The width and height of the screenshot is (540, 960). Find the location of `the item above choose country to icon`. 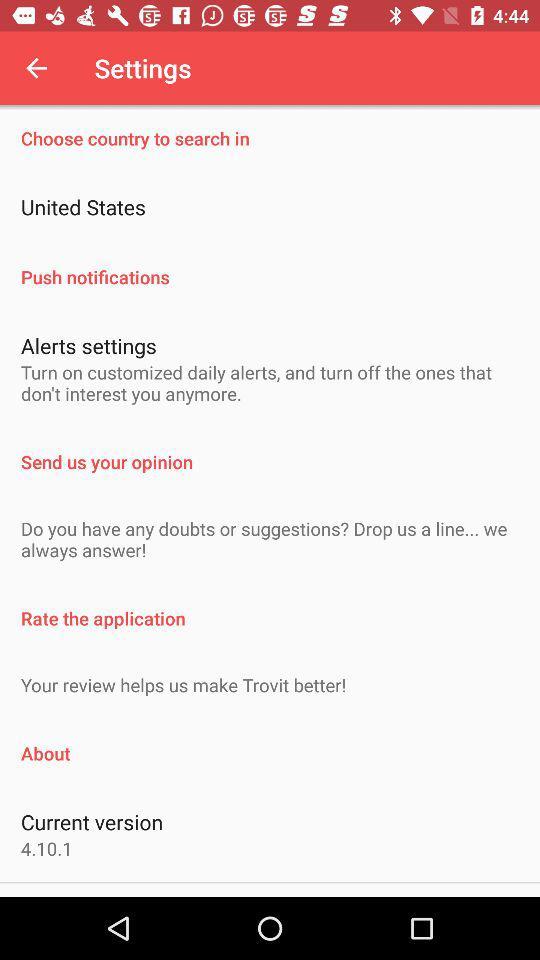

the item above choose country to icon is located at coordinates (36, 68).